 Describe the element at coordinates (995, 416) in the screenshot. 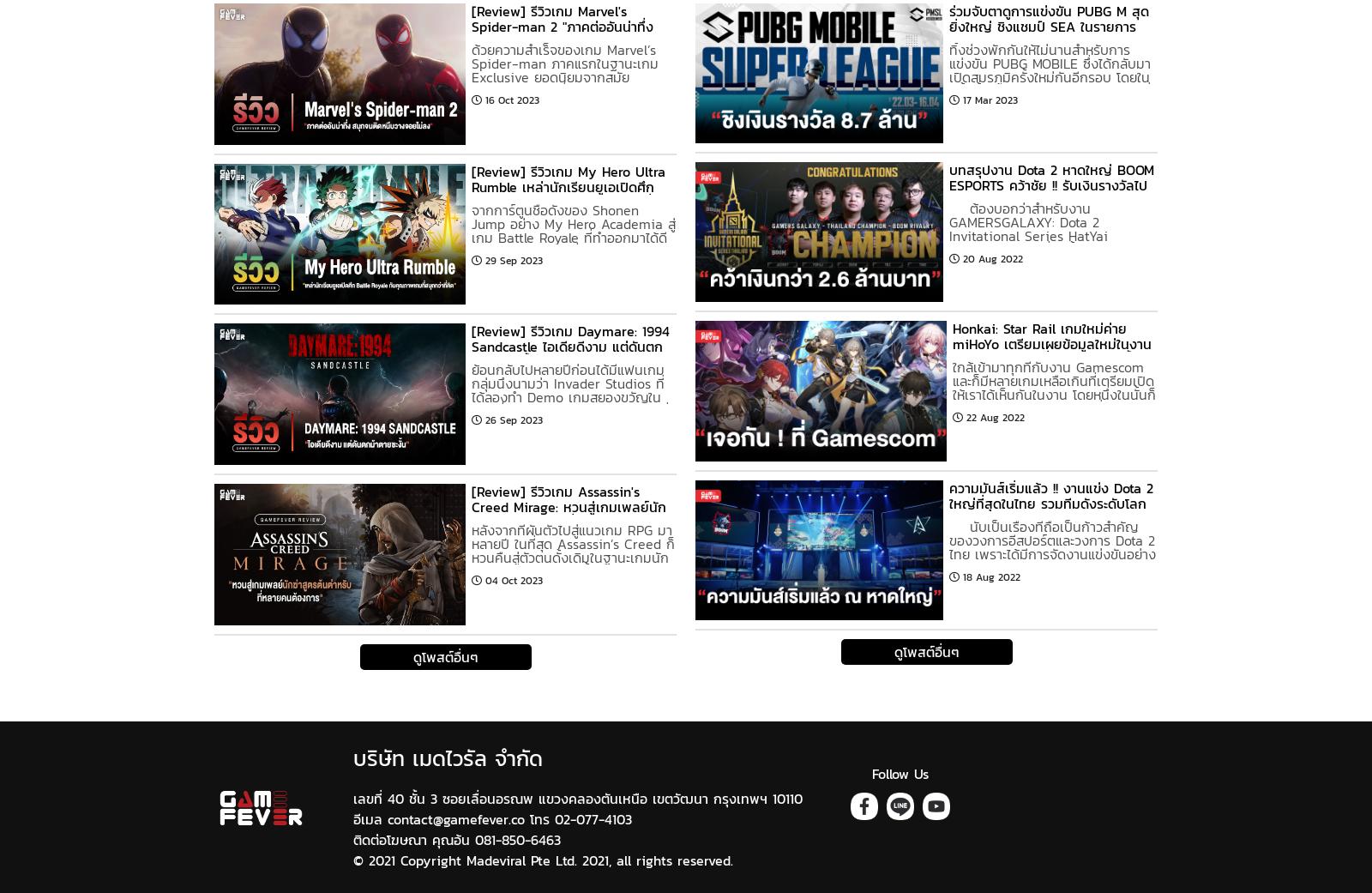

I see `'22 Aug 2022'` at that location.